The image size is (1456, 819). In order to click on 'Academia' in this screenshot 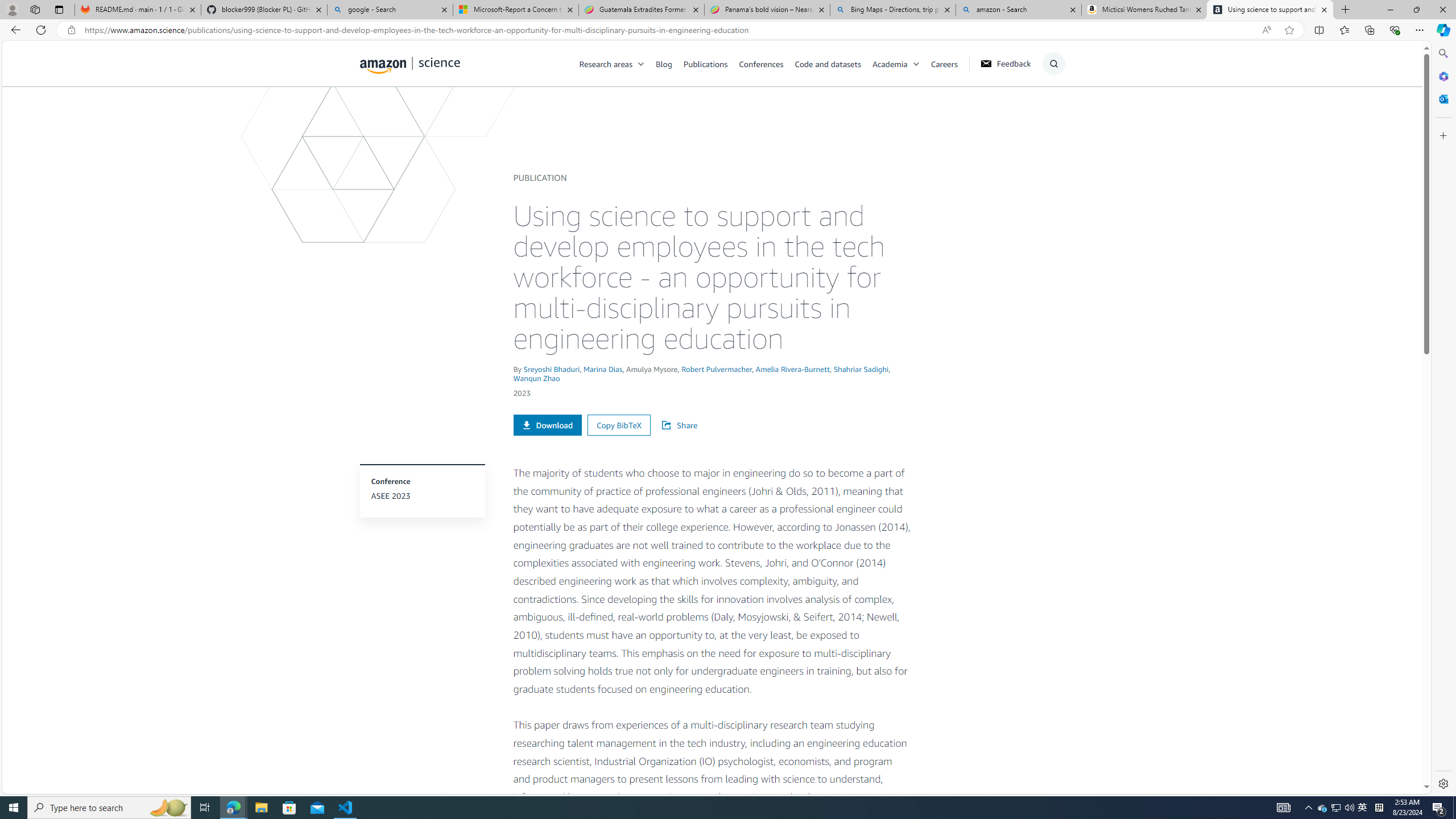, I will do `click(900, 63)`.